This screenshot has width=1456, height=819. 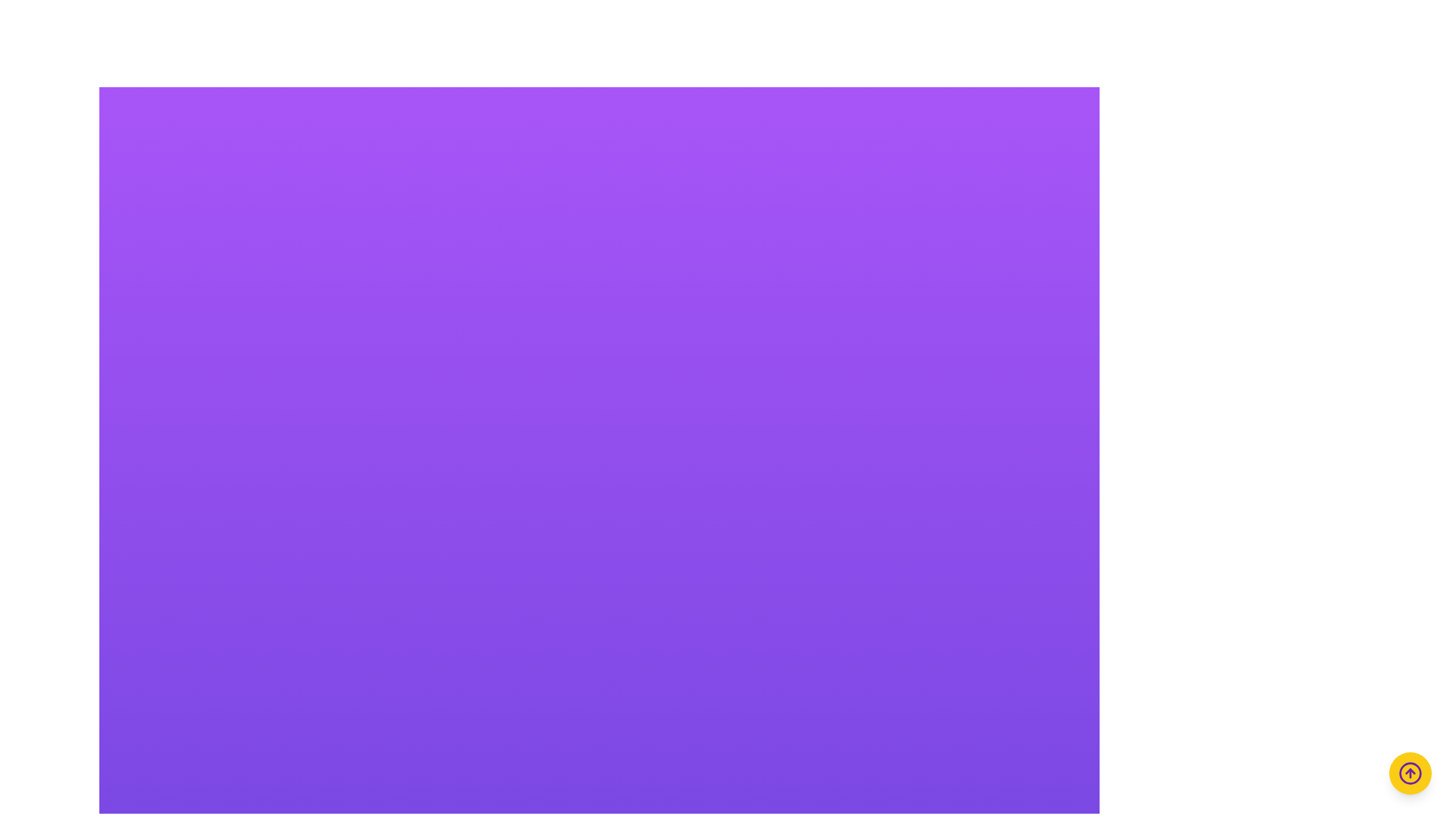 What do you see at coordinates (1410, 773) in the screenshot?
I see `the 'Back to Top' SVG Icon located at the center of the circular button in the bottom-right corner of the interface` at bounding box center [1410, 773].